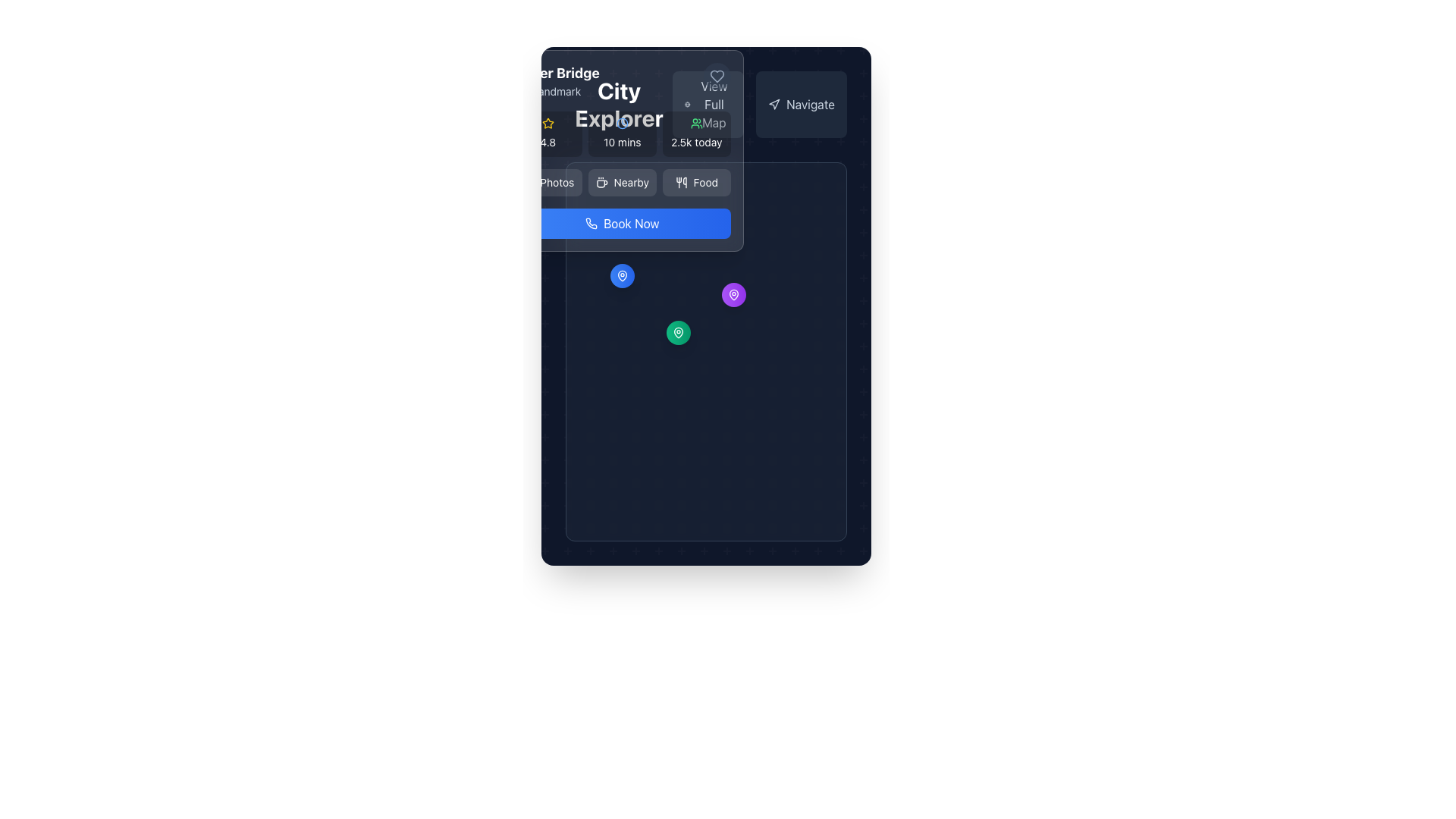 The width and height of the screenshot is (1456, 819). I want to click on the marker icon located on a dark background, positioned to the right of a blue circular icon and above a green circular icon, so click(734, 295).